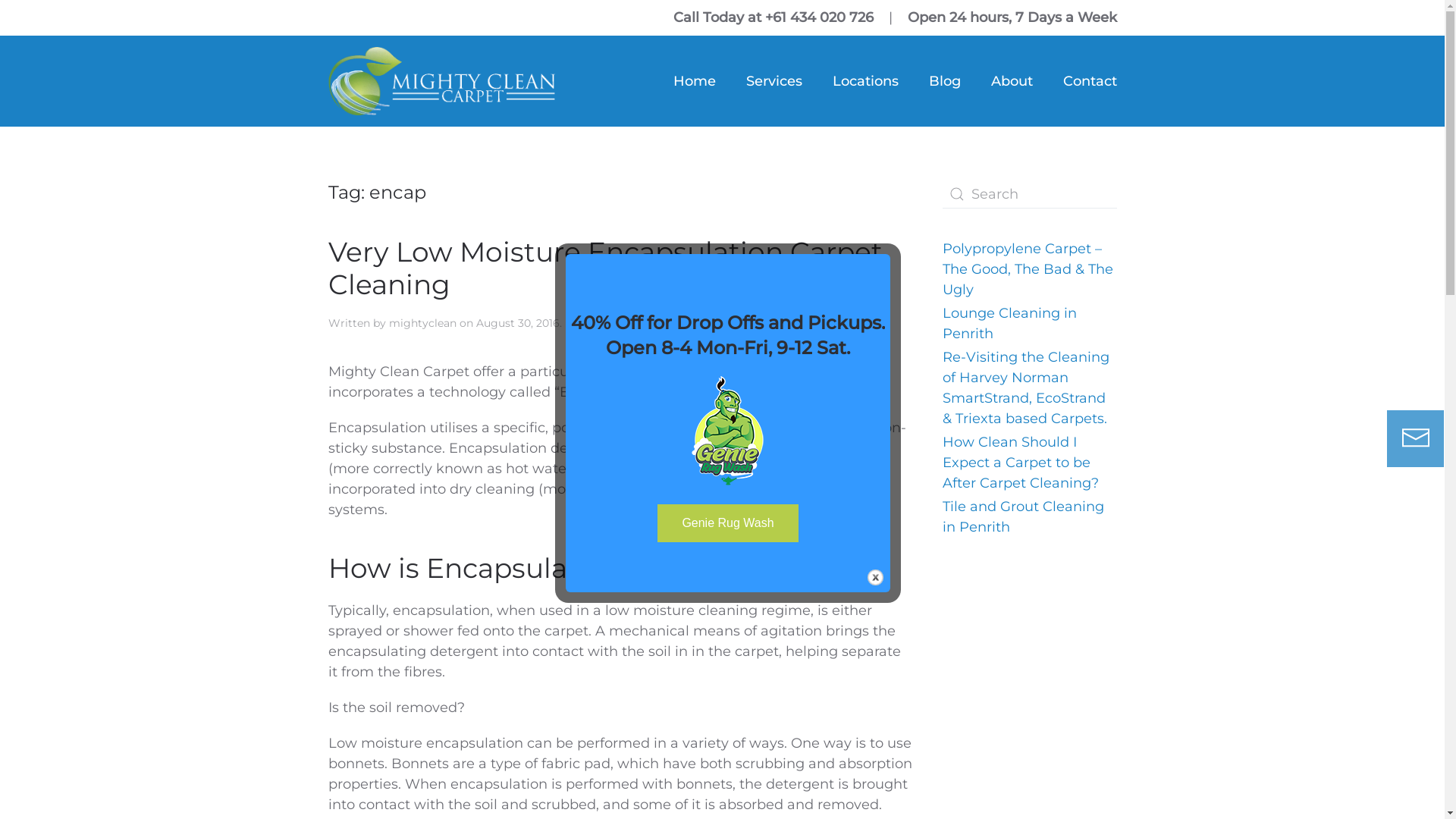 The height and width of the screenshot is (819, 1456). What do you see at coordinates (774, 81) in the screenshot?
I see `'Services'` at bounding box center [774, 81].